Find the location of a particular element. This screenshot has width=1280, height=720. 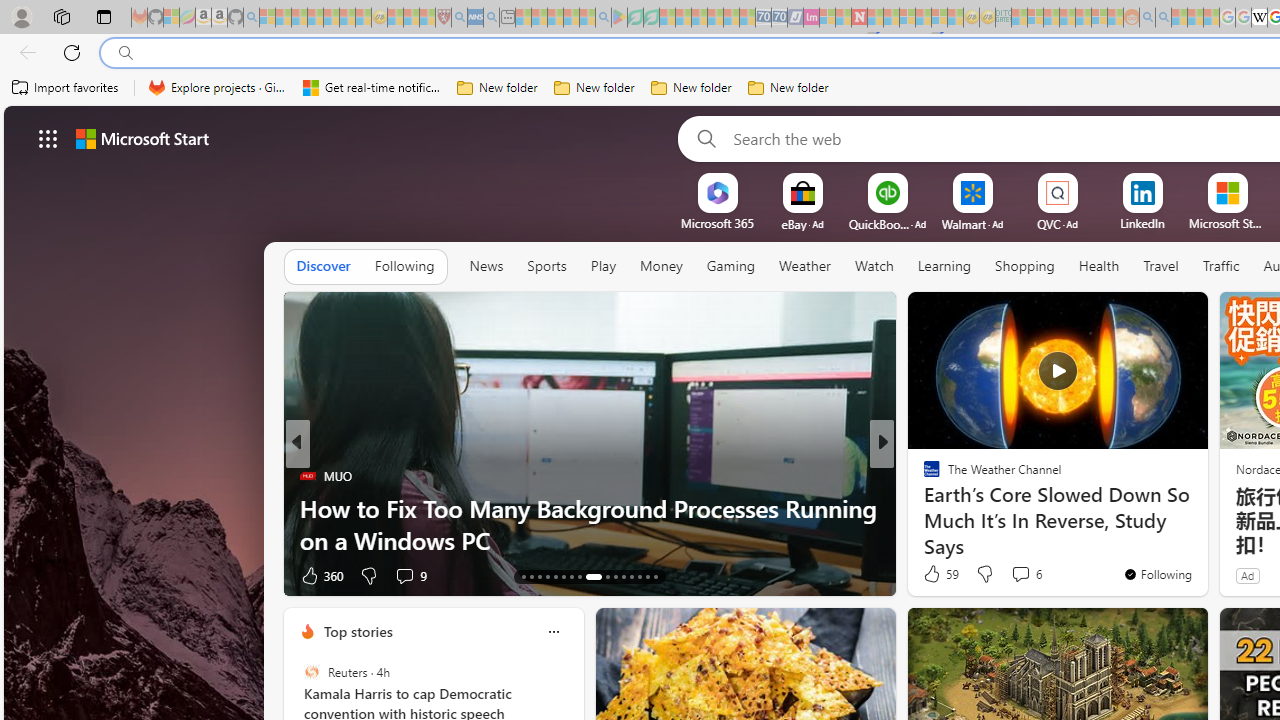

'AutomationID: tab-15' is located at coordinates (539, 577).